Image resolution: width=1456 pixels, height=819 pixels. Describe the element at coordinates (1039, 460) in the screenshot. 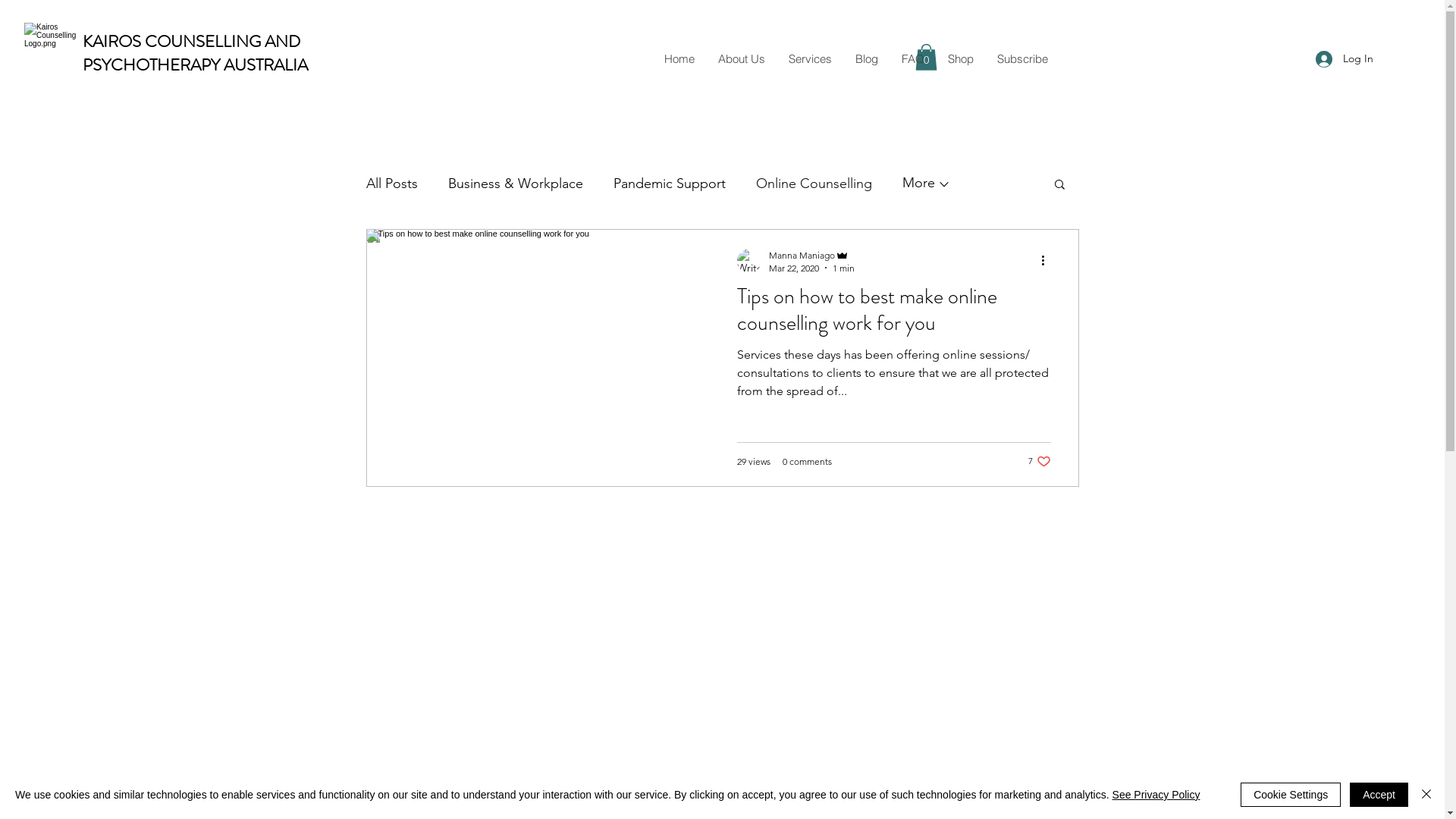

I see `'7 likes. Post not marked as liked` at that location.